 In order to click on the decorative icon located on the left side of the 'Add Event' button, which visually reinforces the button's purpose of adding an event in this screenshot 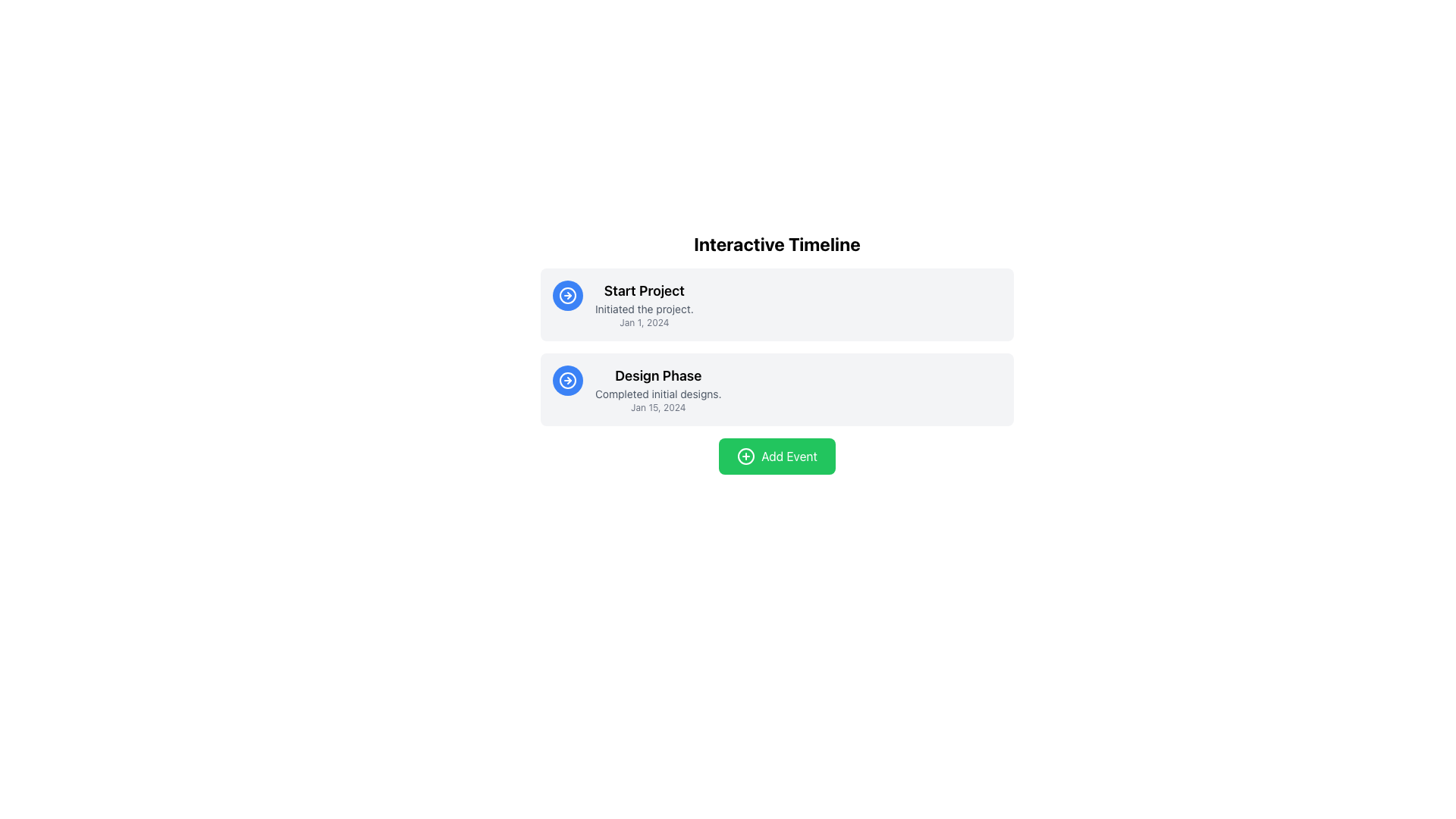, I will do `click(745, 455)`.